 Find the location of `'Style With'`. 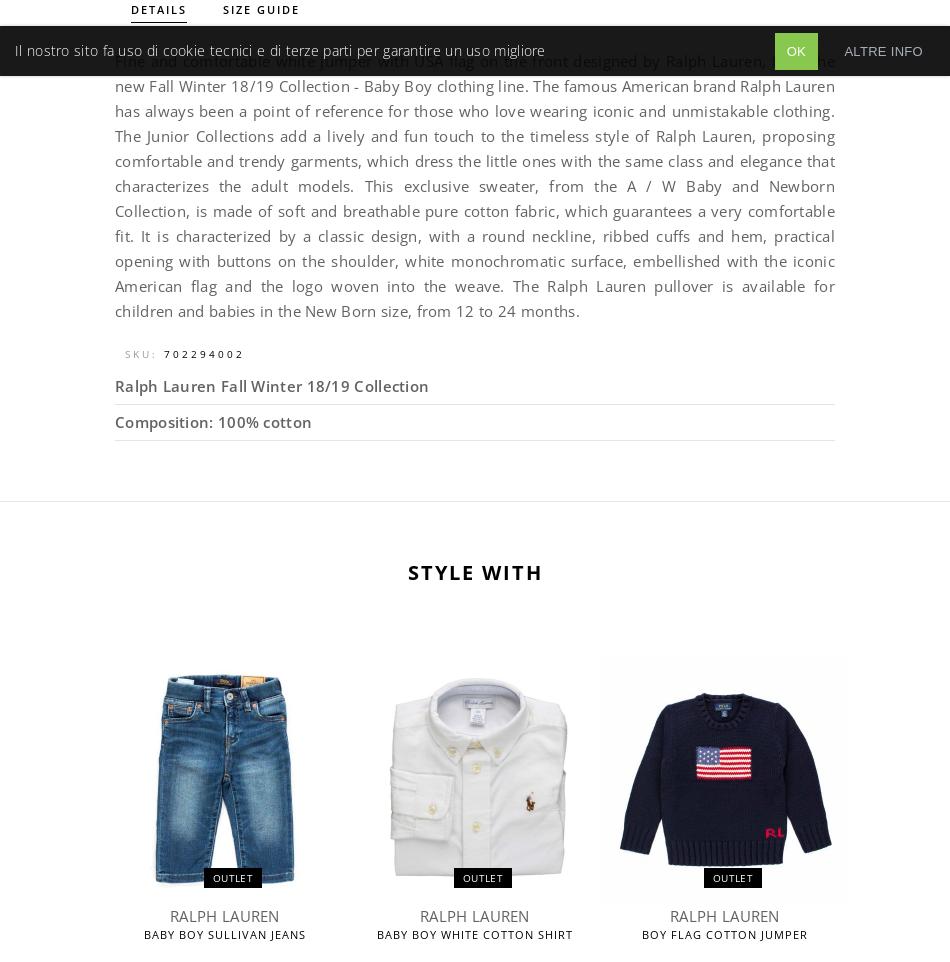

'Style With' is located at coordinates (473, 571).